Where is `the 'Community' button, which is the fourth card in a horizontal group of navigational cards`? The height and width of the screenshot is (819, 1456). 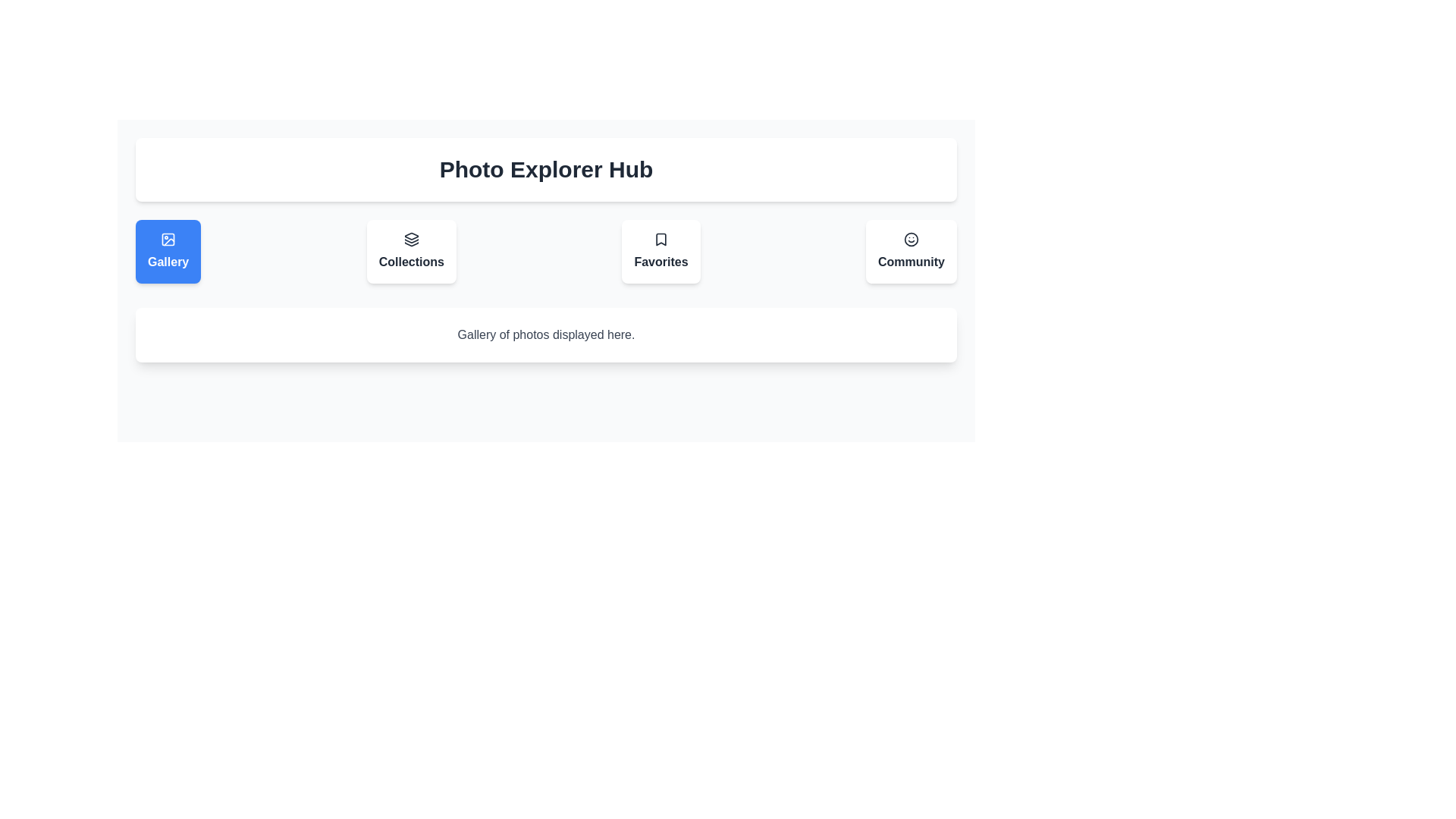
the 'Community' button, which is the fourth card in a horizontal group of navigational cards is located at coordinates (910, 250).